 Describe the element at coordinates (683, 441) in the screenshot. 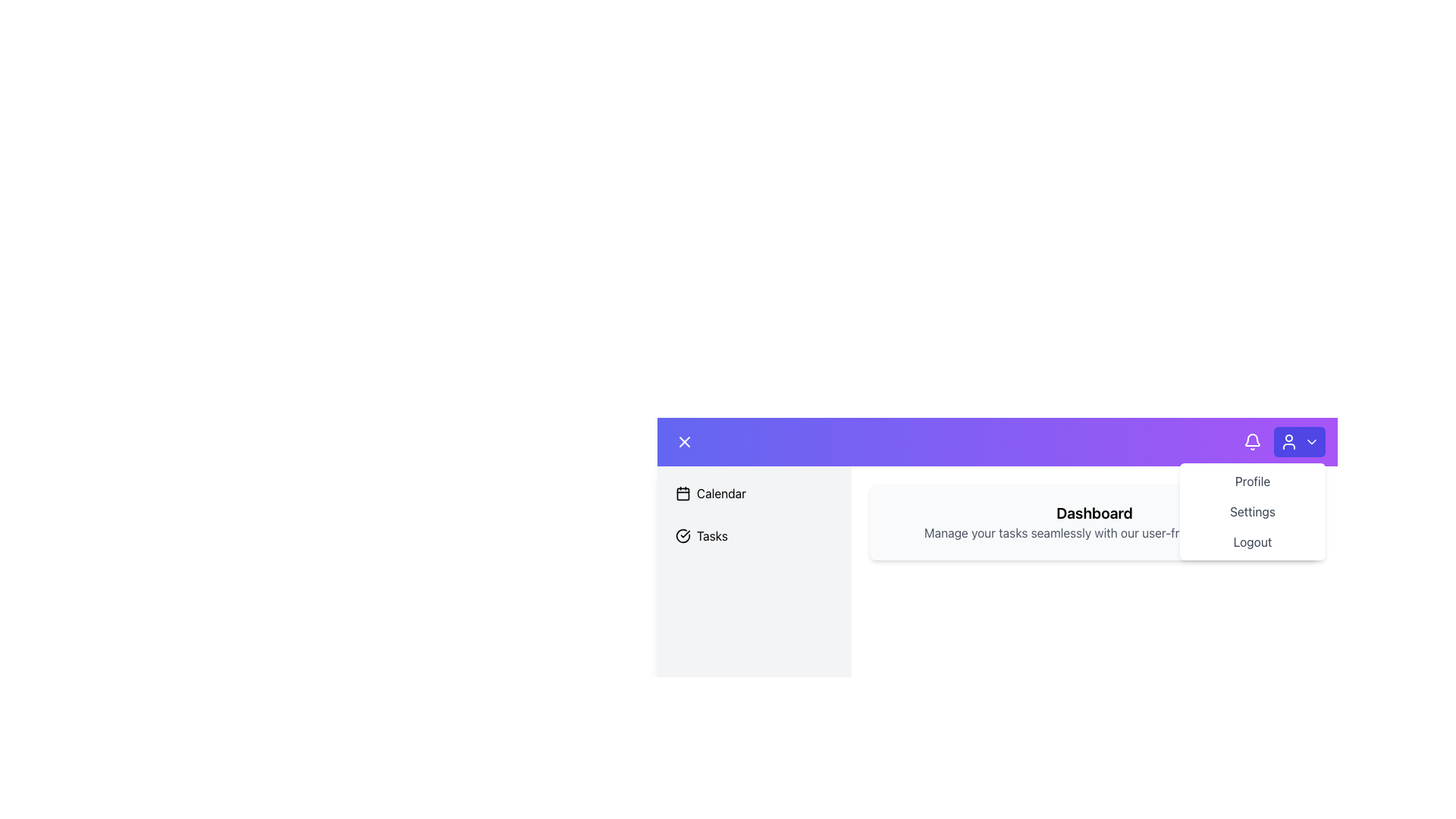

I see `the close button located at the top-left corner of the indigo-to-purple gradient navigation bar` at that location.